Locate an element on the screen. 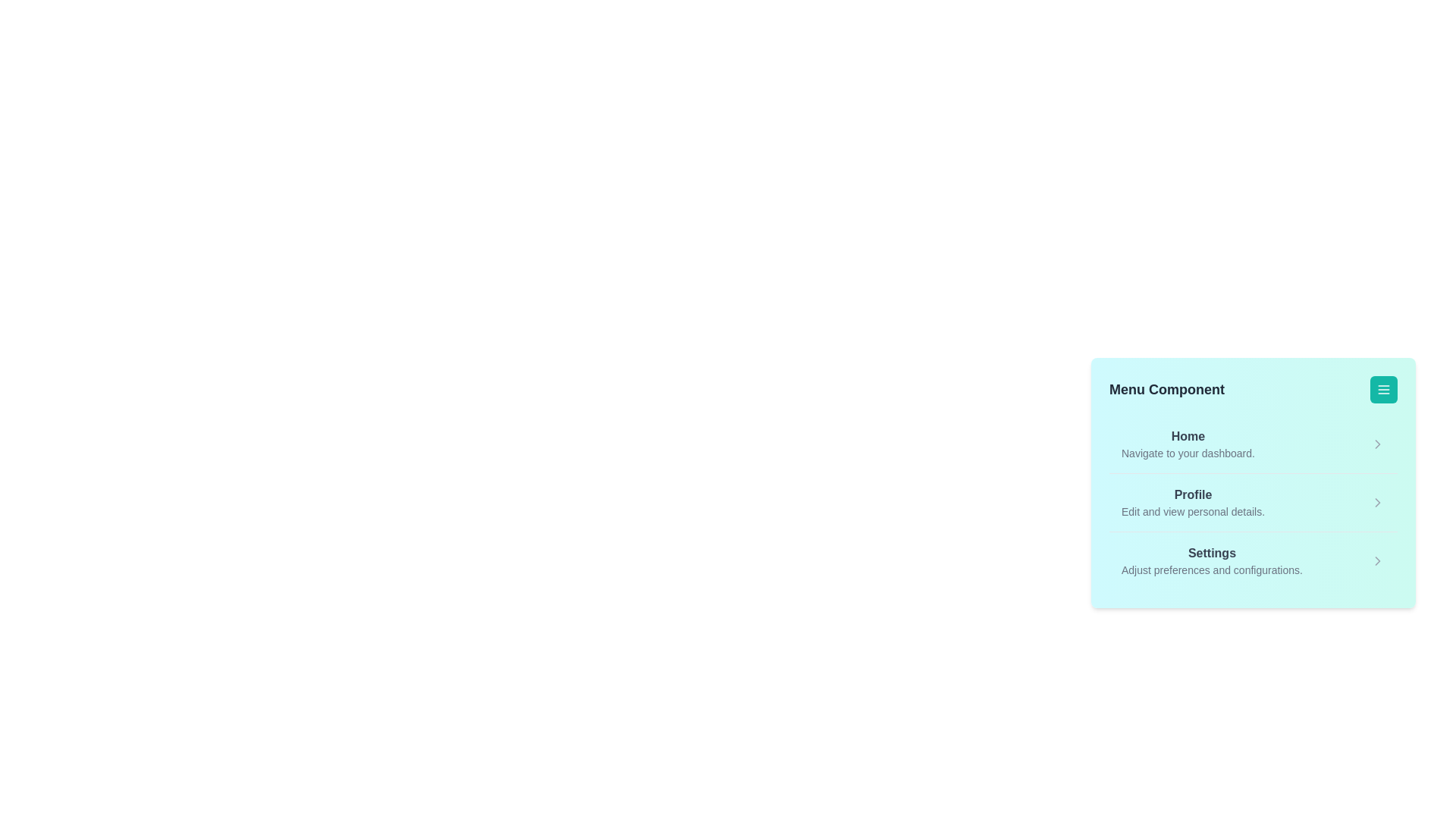 Image resolution: width=1456 pixels, height=819 pixels. the menu item Profile to highlight it is located at coordinates (1192, 503).